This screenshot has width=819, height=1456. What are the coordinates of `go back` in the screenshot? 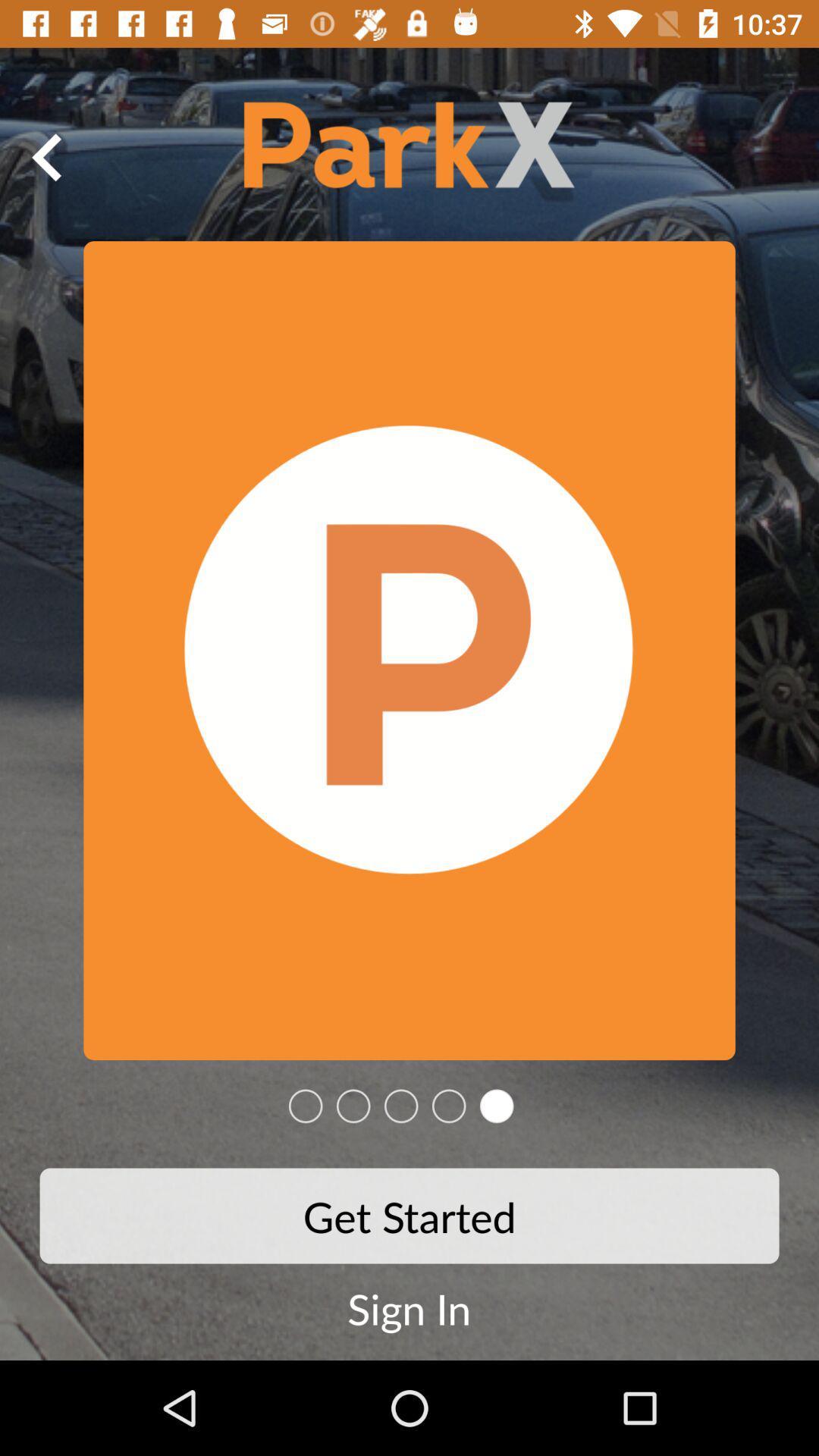 It's located at (46, 157).